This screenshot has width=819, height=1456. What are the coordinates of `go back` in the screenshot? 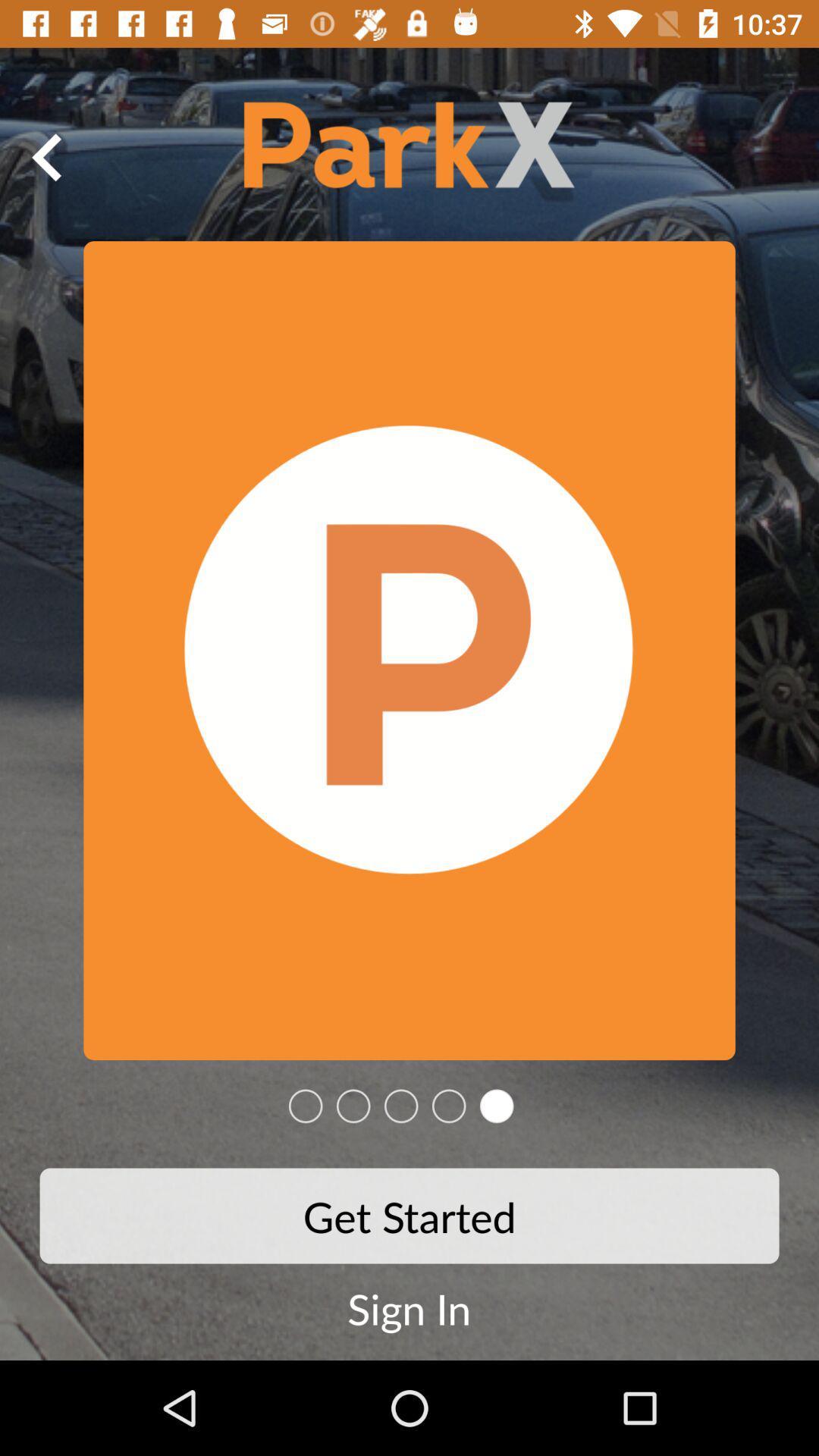 It's located at (46, 157).